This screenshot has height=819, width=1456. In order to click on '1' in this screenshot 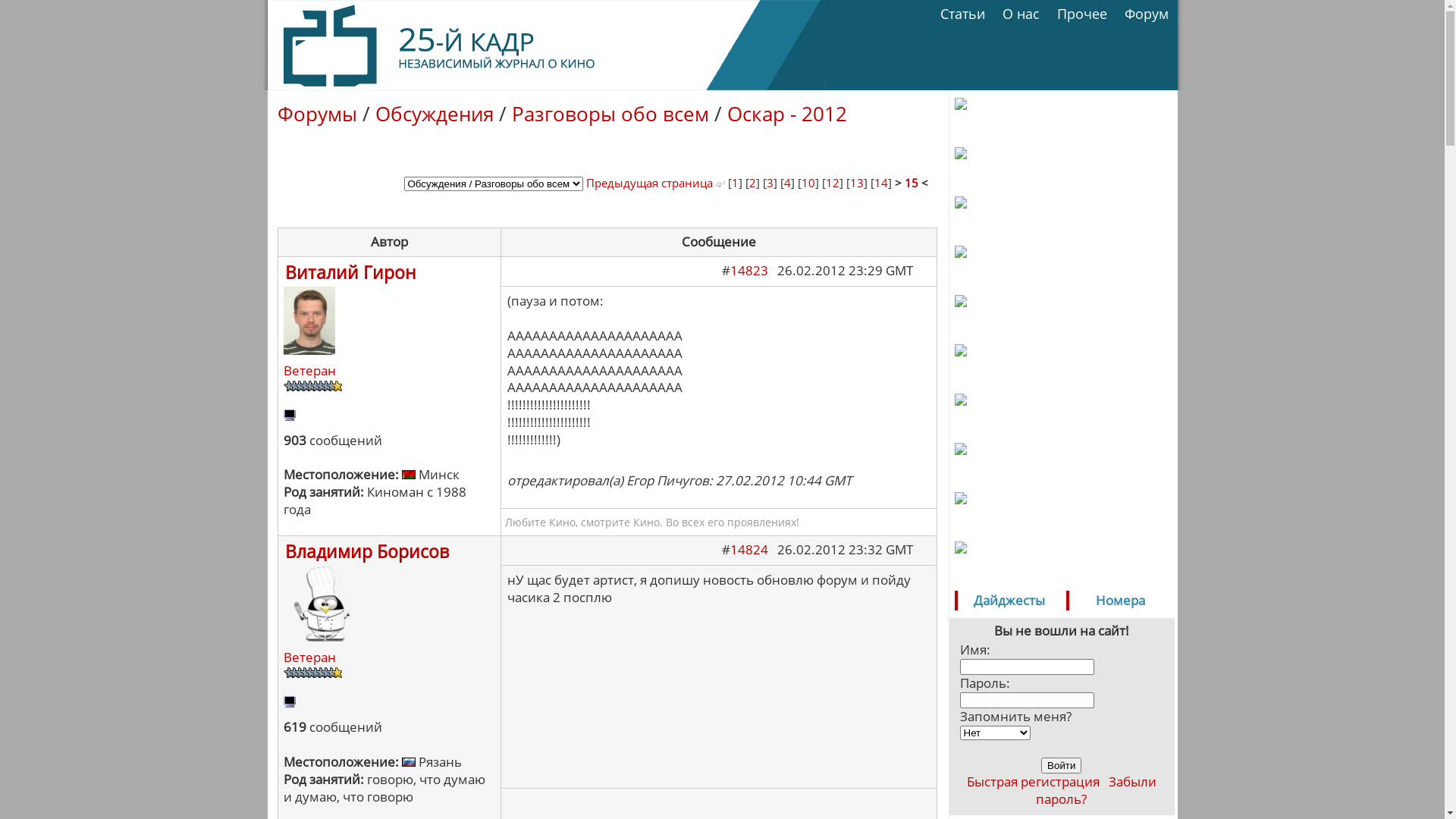, I will do `click(731, 181)`.